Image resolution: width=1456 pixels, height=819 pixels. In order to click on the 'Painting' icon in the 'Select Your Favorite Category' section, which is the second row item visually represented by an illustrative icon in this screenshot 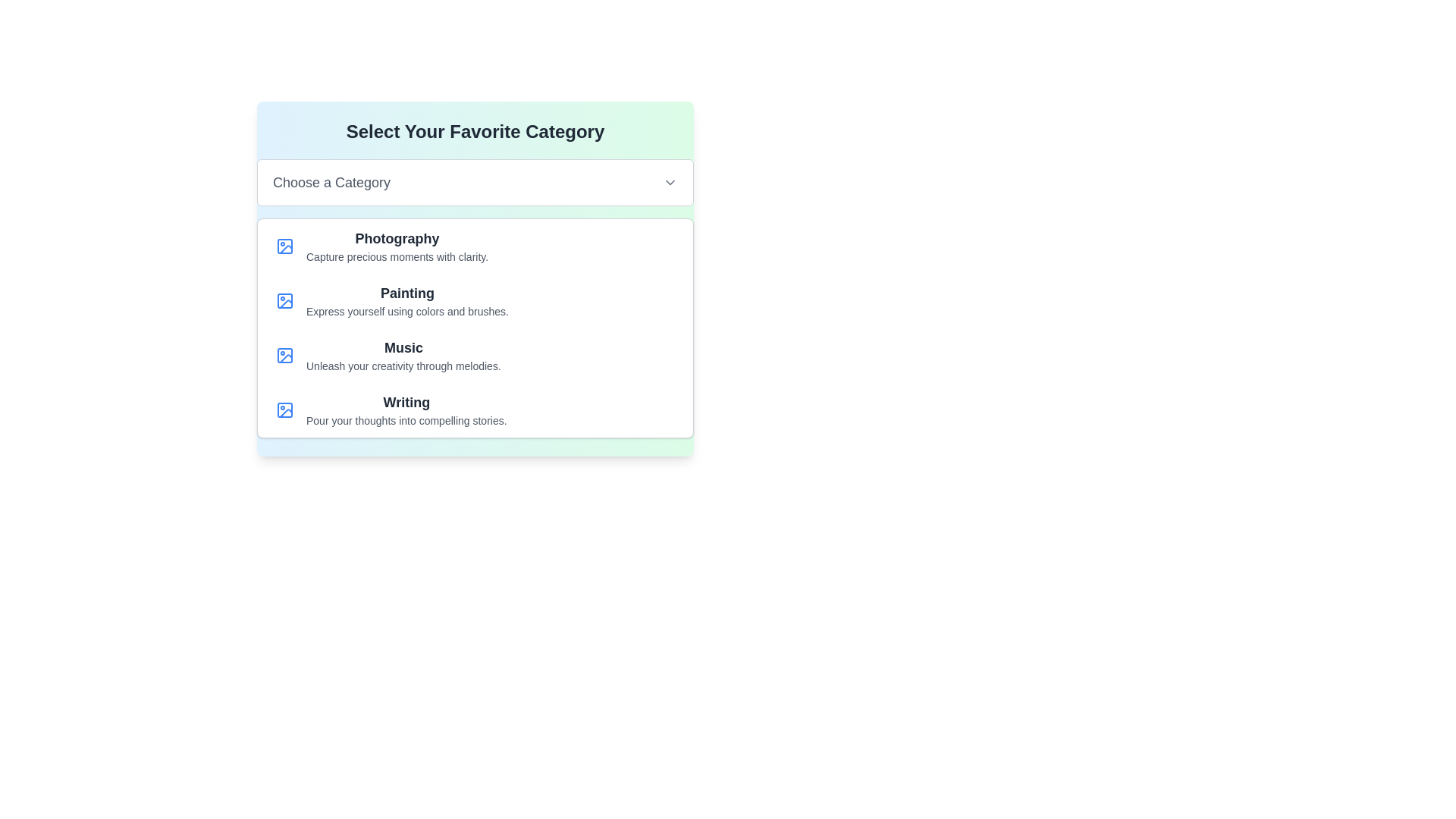, I will do `click(284, 301)`.